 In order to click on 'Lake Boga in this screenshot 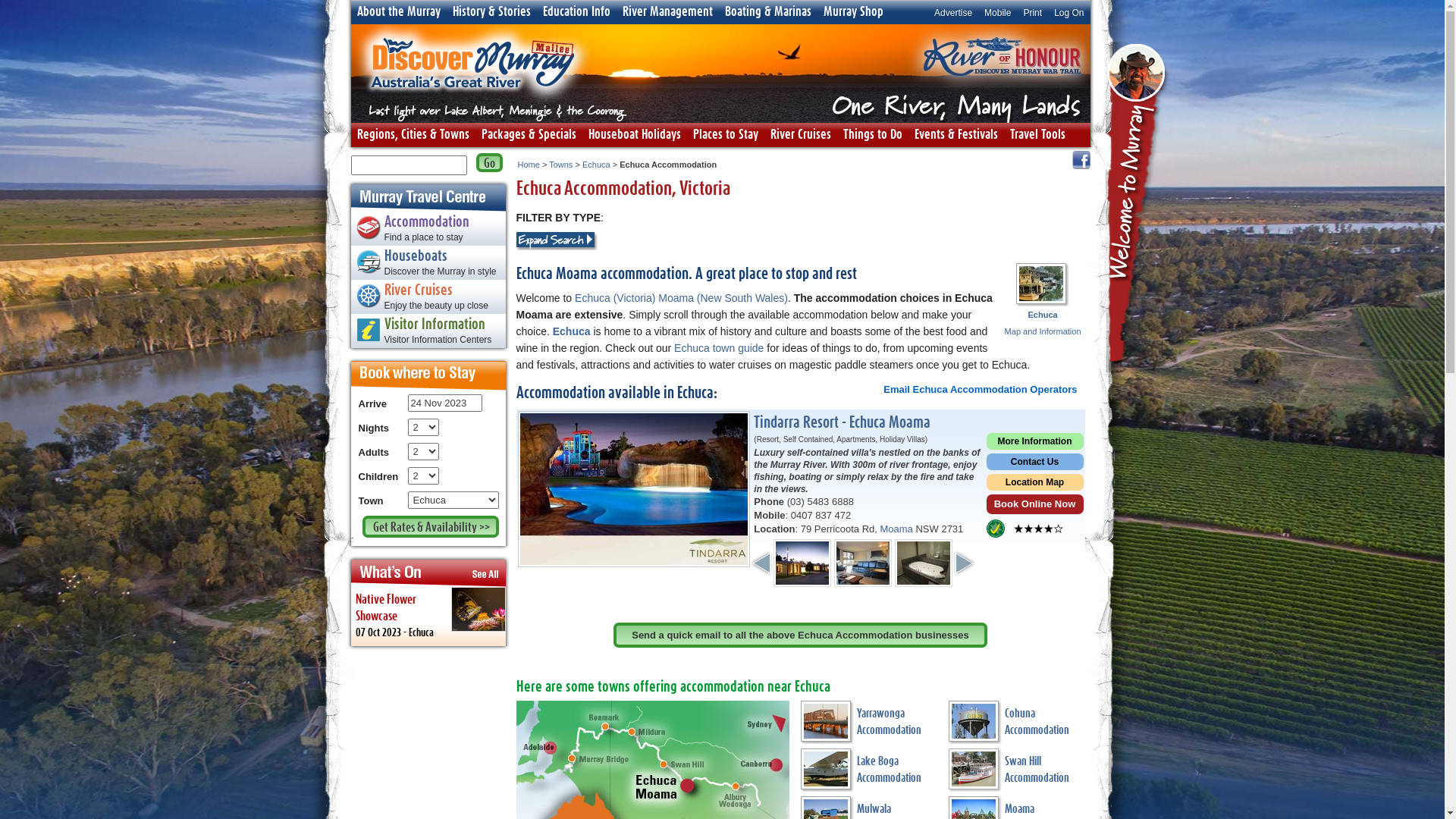, I will do `click(869, 772)`.